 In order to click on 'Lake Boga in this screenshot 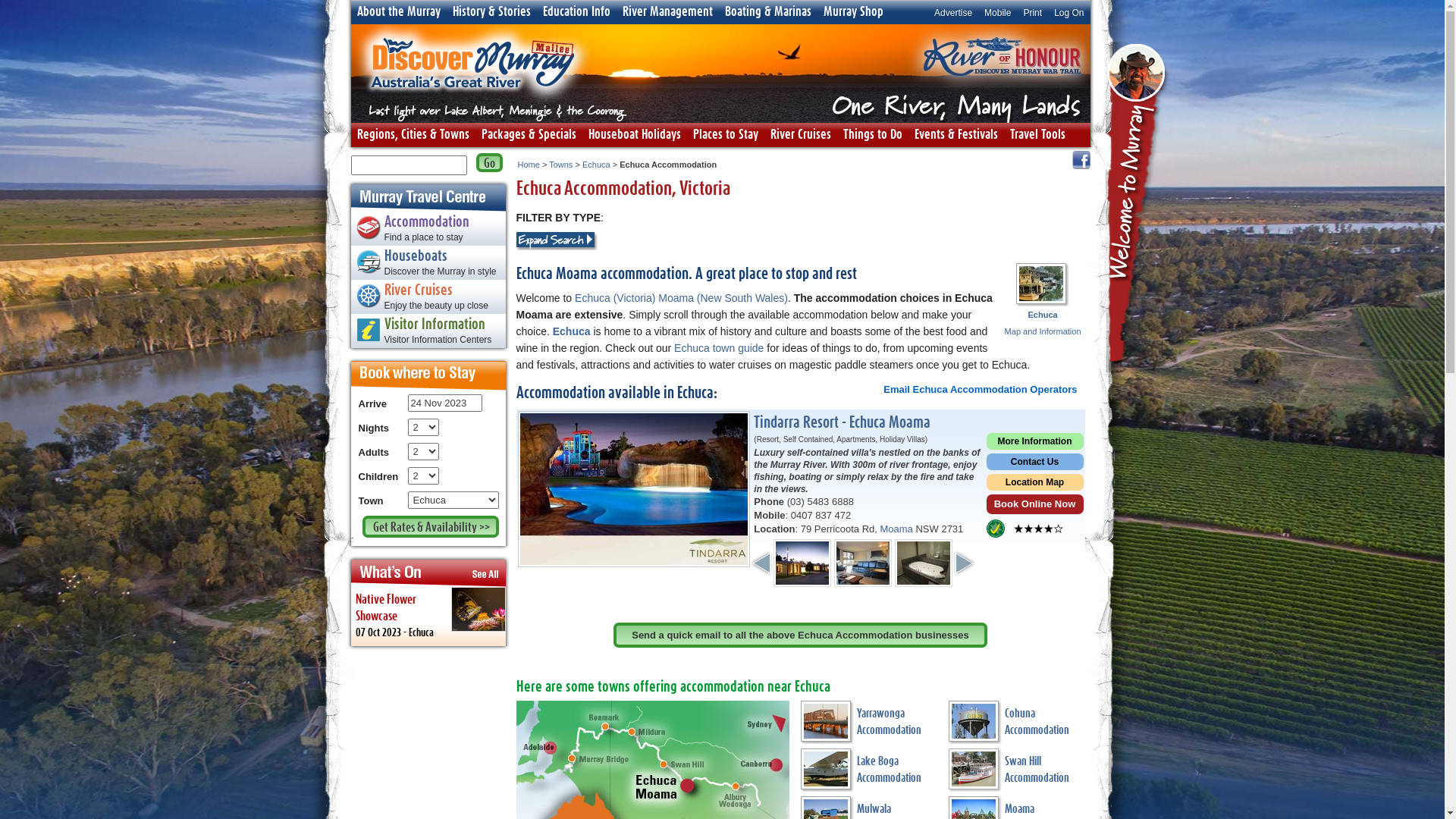, I will do `click(869, 772)`.